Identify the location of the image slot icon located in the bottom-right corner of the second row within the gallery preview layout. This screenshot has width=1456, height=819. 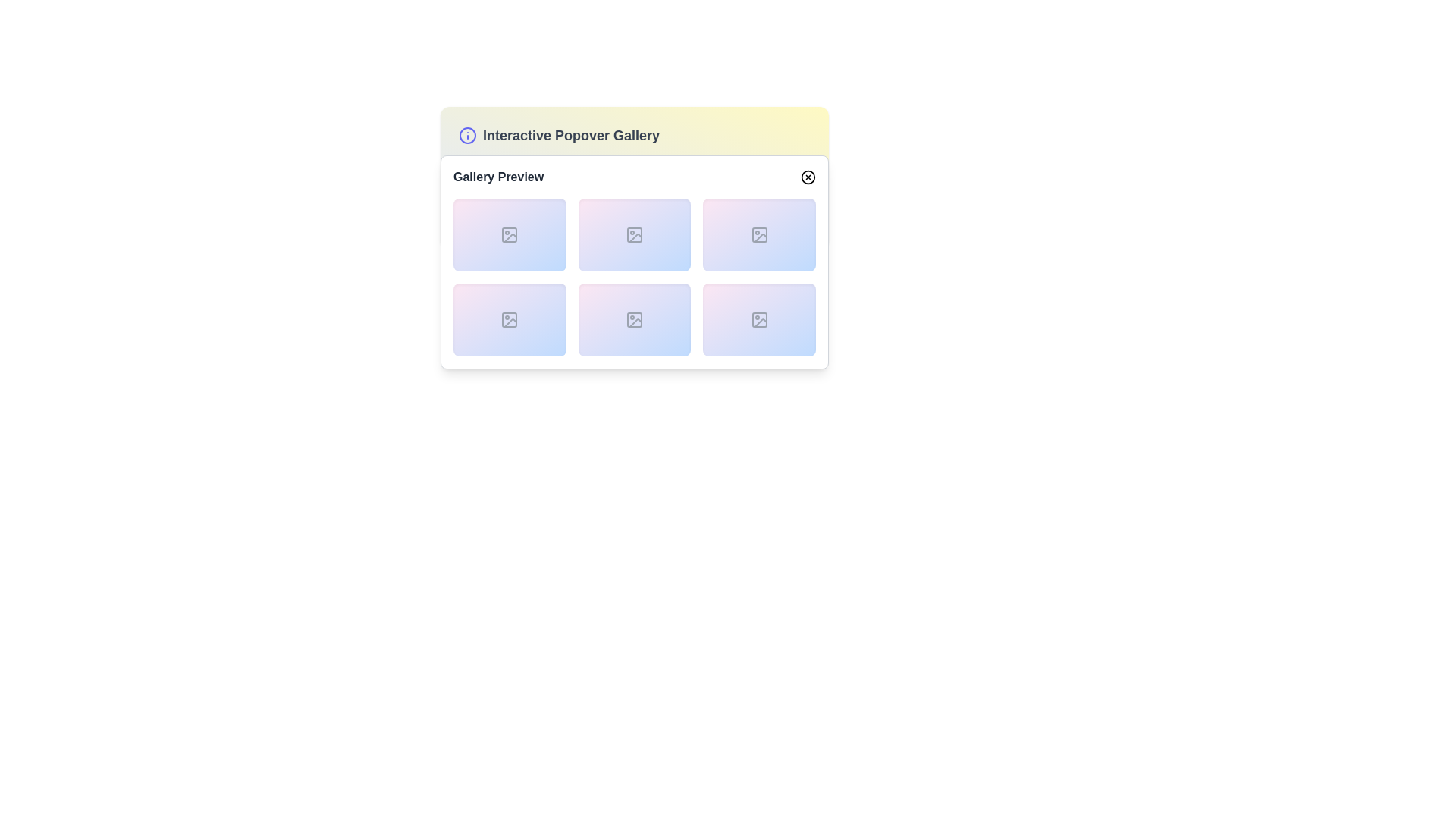
(759, 318).